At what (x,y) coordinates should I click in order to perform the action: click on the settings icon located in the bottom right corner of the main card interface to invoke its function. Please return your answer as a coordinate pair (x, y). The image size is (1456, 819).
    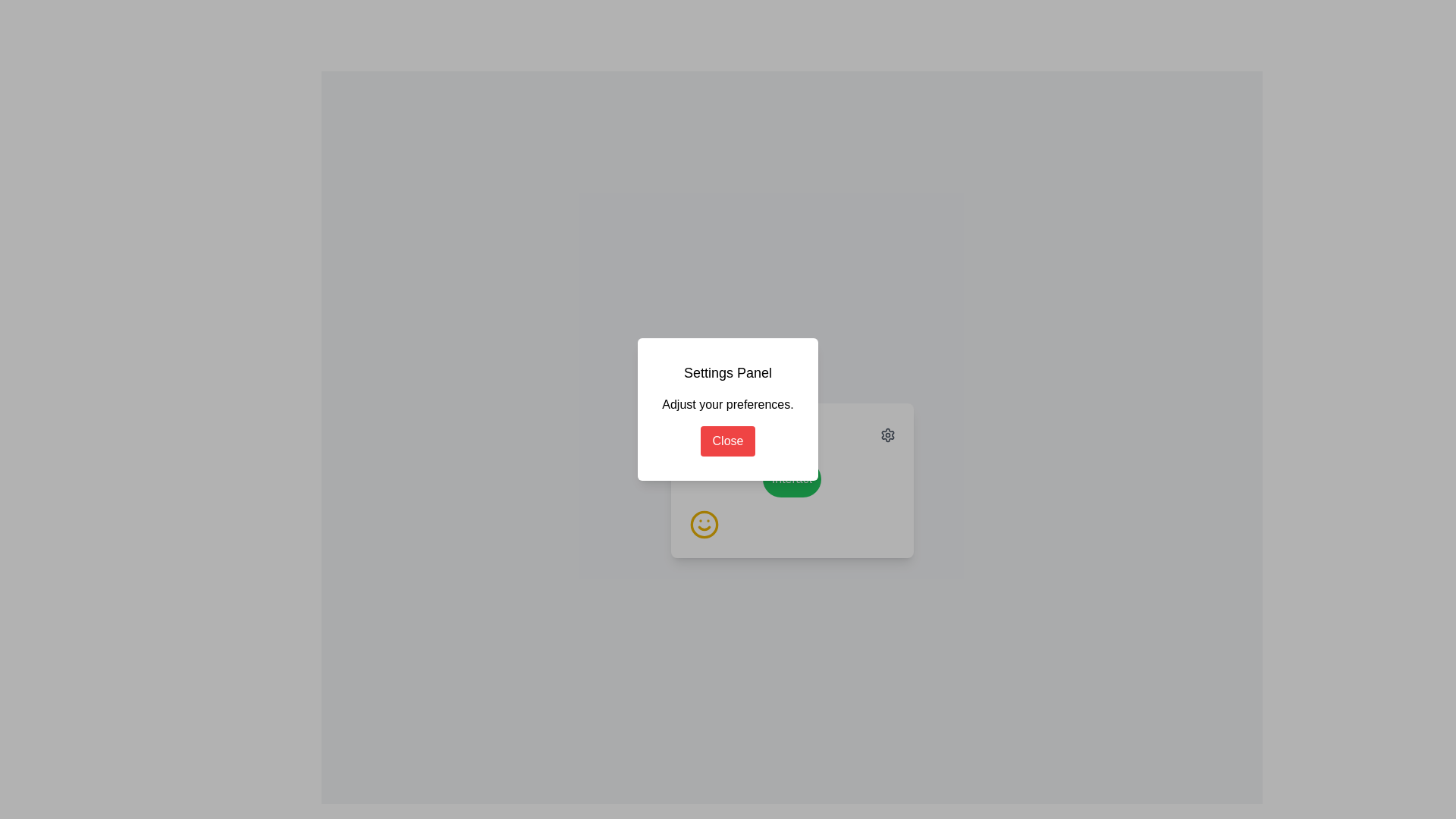
    Looking at the image, I should click on (887, 435).